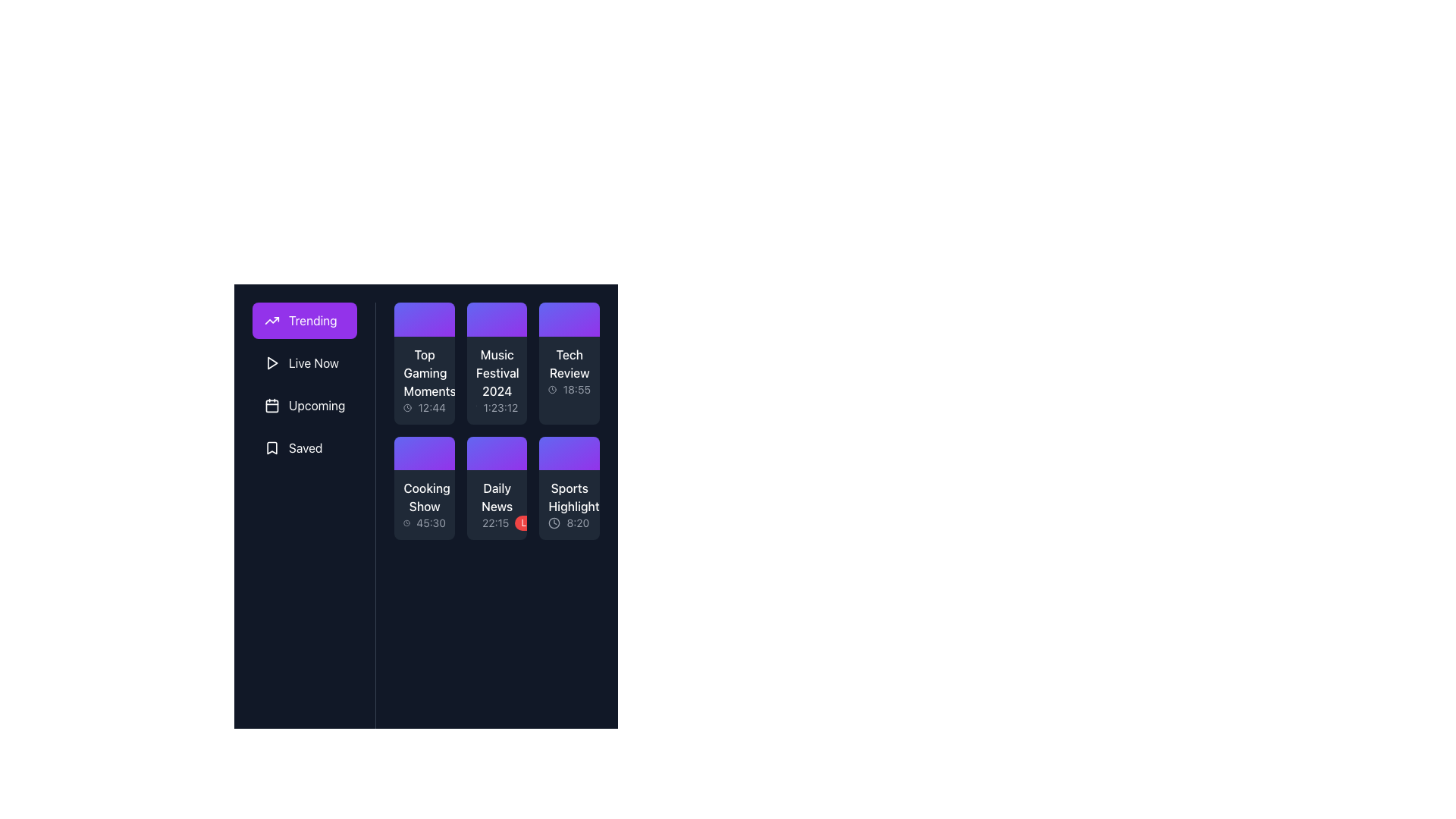 The height and width of the screenshot is (819, 1456). What do you see at coordinates (406, 522) in the screenshot?
I see `the small circular clock icon associated with the 'Cooking Show' time display segment, which is located on the left side of the '45:30' display` at bounding box center [406, 522].